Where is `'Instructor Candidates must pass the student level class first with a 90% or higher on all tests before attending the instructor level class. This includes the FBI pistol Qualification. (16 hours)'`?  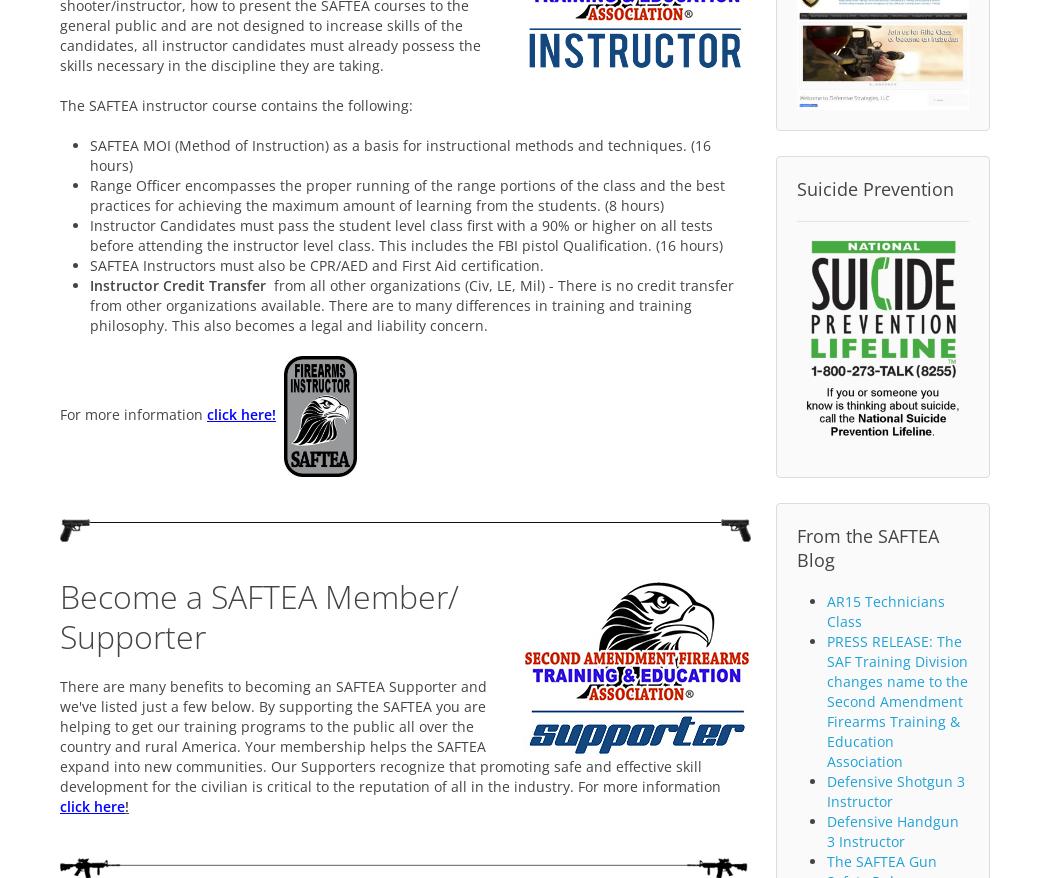
'Instructor Candidates must pass the student level class first with a 90% or higher on all tests before attending the instructor level class. This includes the FBI pistol Qualification. (16 hours)' is located at coordinates (89, 234).